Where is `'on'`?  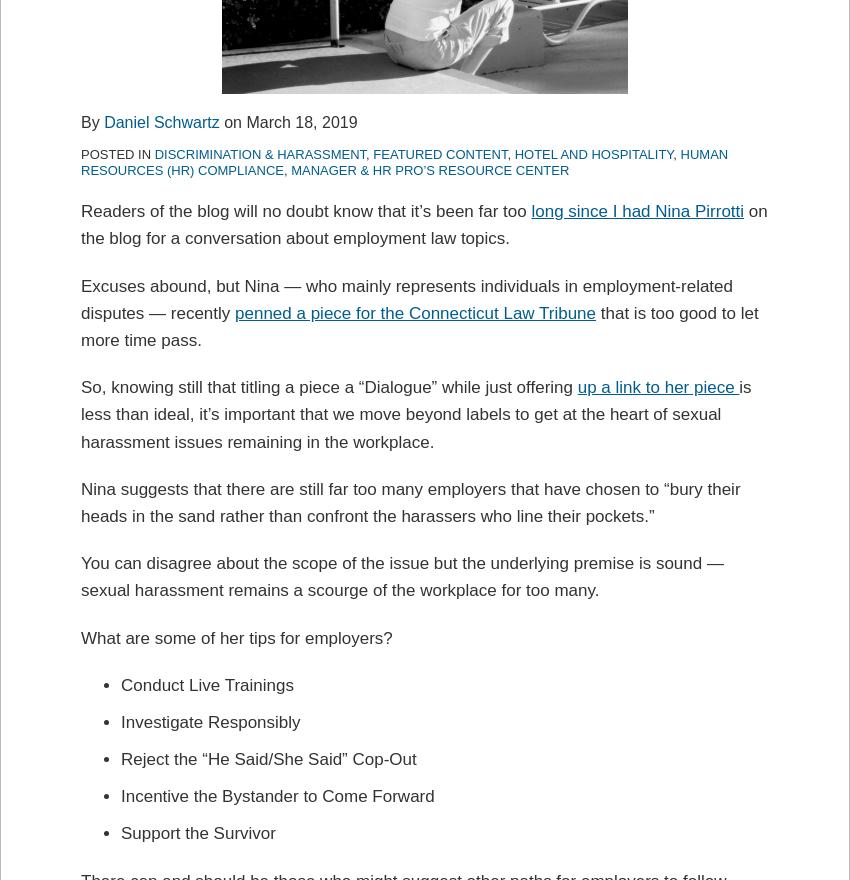 'on' is located at coordinates (232, 121).